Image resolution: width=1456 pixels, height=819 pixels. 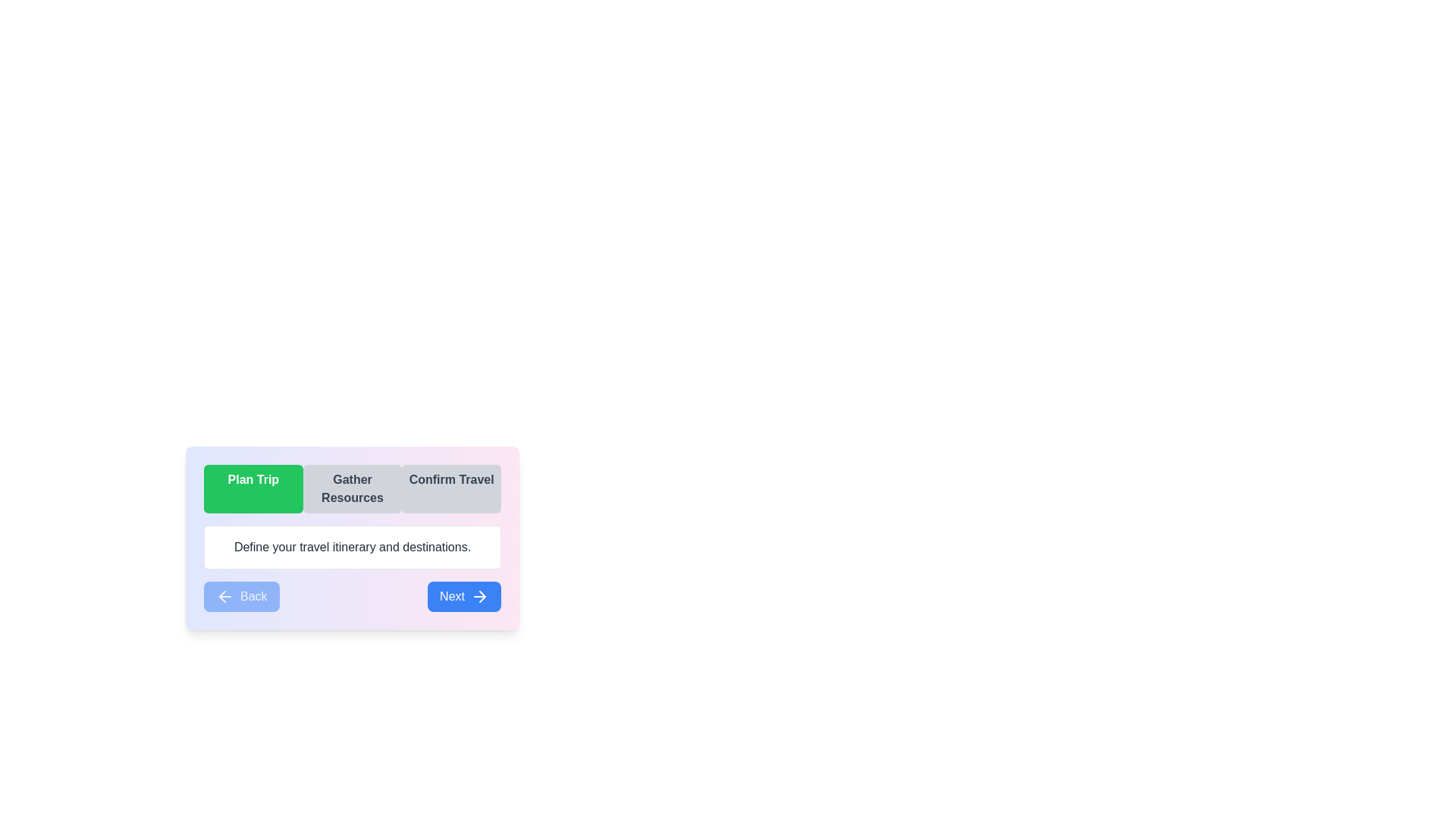 I want to click on the 'Confirm Travel' button, which is the third button in a horizontal group of three buttons used for step-by-step navigation, so click(x=450, y=488).